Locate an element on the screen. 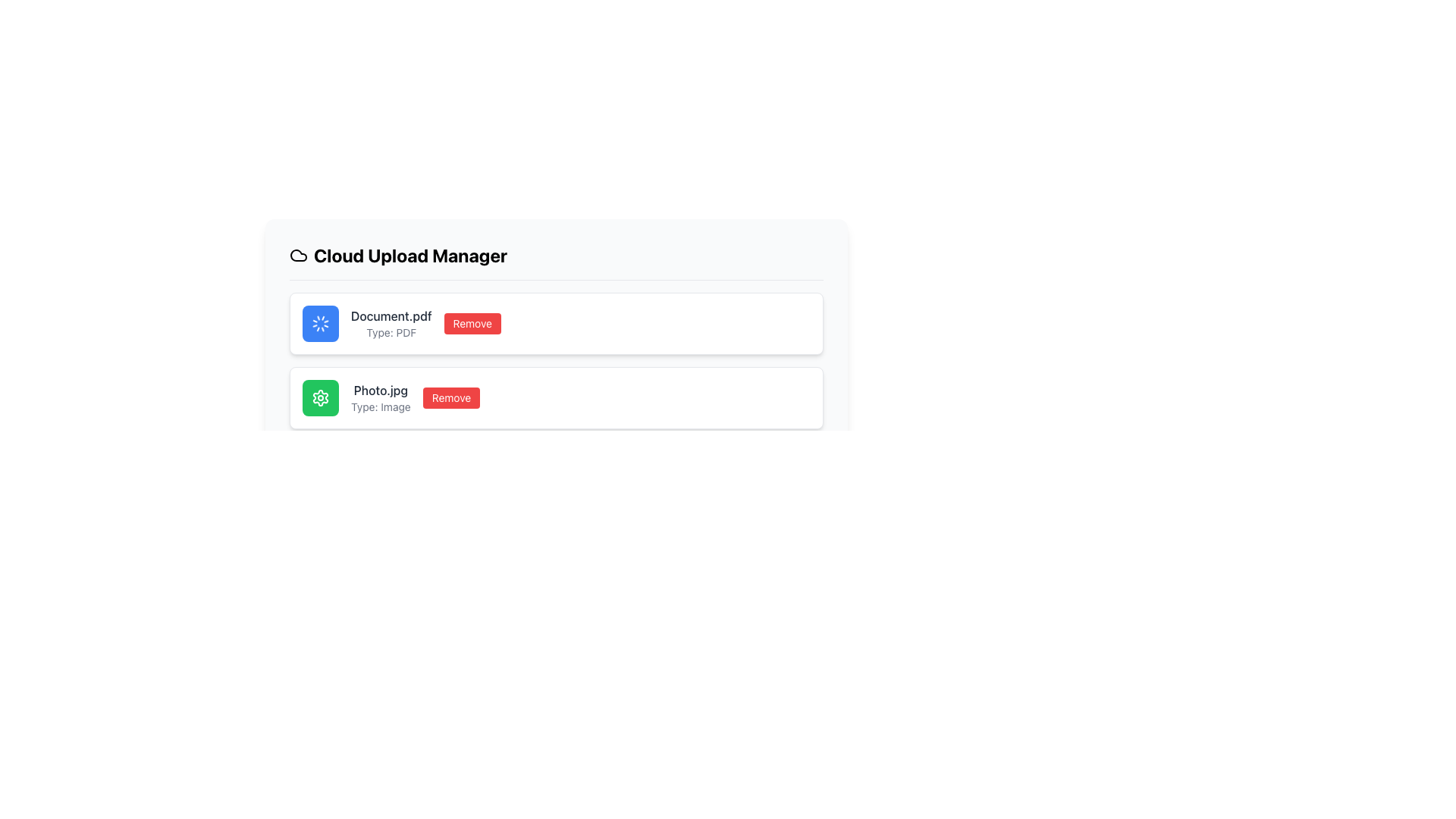  the cog-like settings icon located at the bottom-right corner of the 'Photo.jpg' file entry to possibly open a settings menu is located at coordinates (319, 397).